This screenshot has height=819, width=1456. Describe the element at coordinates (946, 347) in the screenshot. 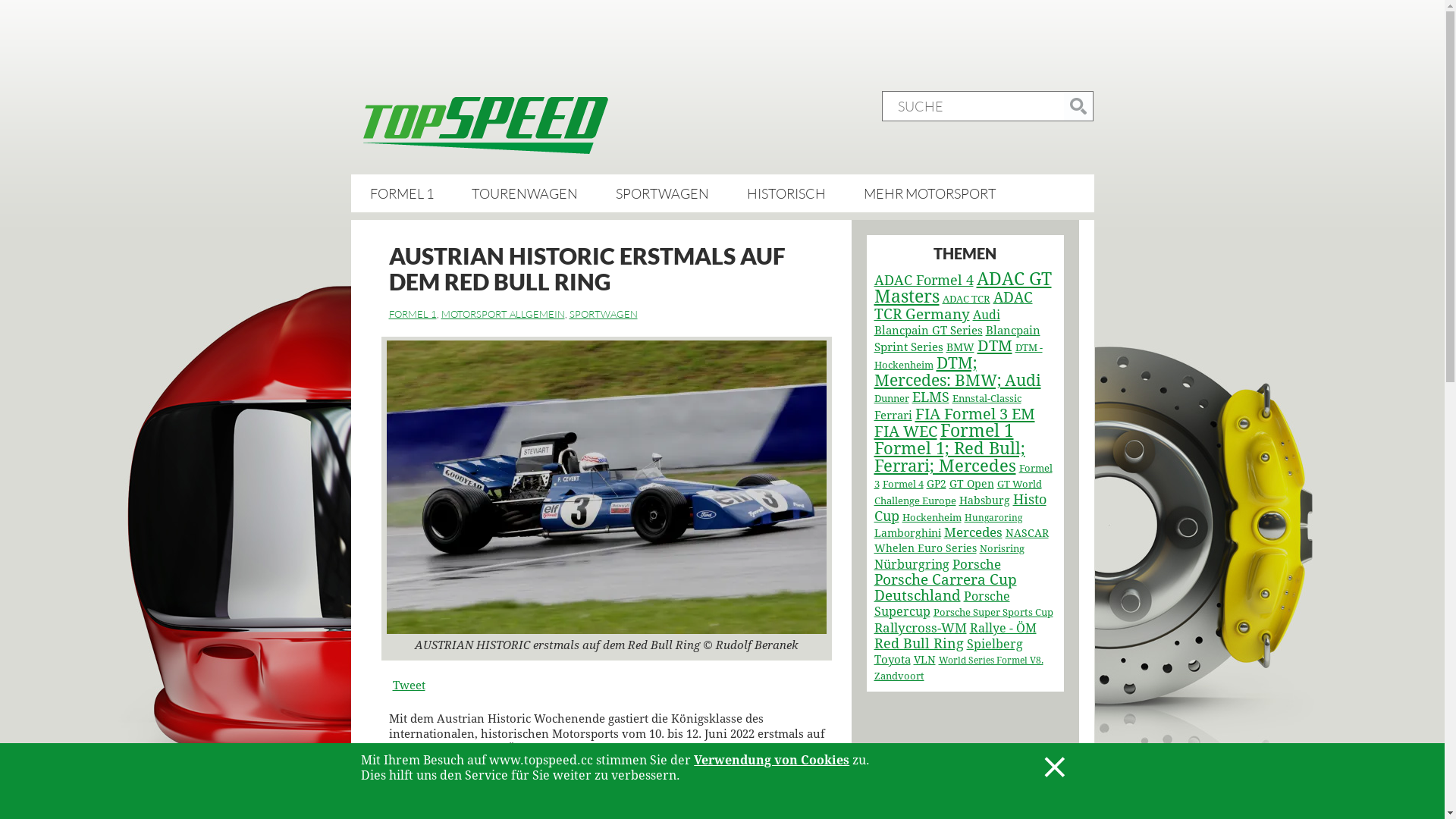

I see `'BMW'` at that location.